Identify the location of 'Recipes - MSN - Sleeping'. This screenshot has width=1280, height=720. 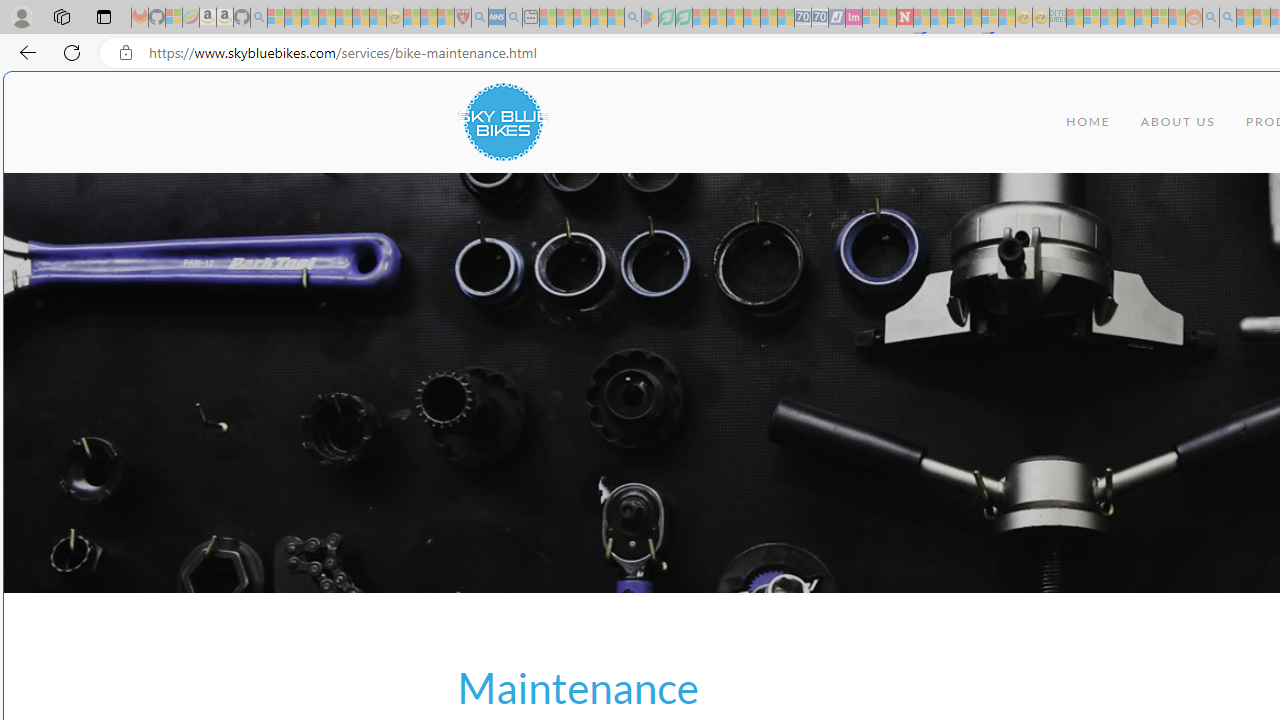
(411, 17).